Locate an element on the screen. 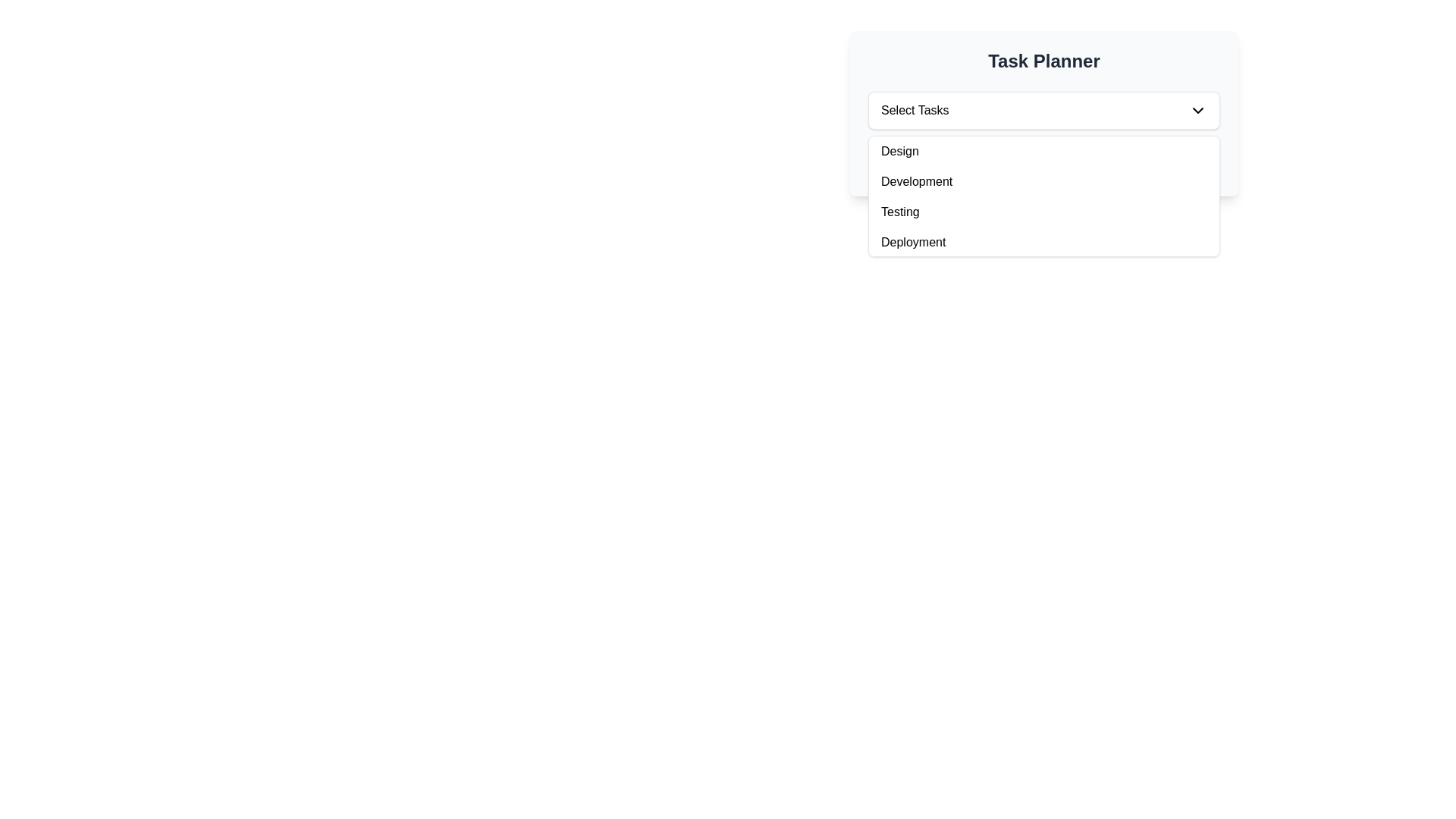  the title text label at the top-center of the task planner interface, which provides context to the displayed options is located at coordinates (1043, 61).